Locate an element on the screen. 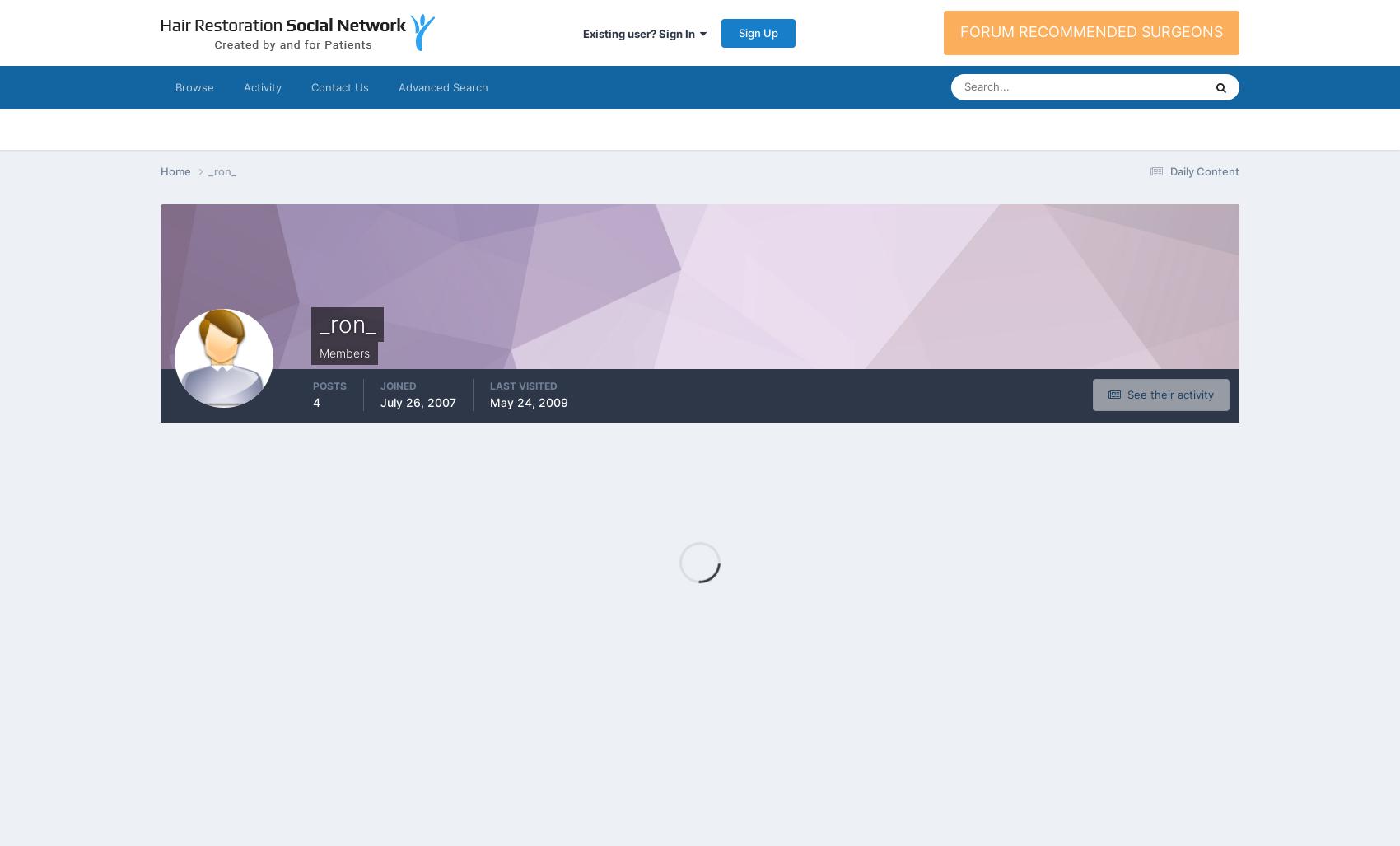 The width and height of the screenshot is (1400, 846). 'Home' is located at coordinates (177, 170).